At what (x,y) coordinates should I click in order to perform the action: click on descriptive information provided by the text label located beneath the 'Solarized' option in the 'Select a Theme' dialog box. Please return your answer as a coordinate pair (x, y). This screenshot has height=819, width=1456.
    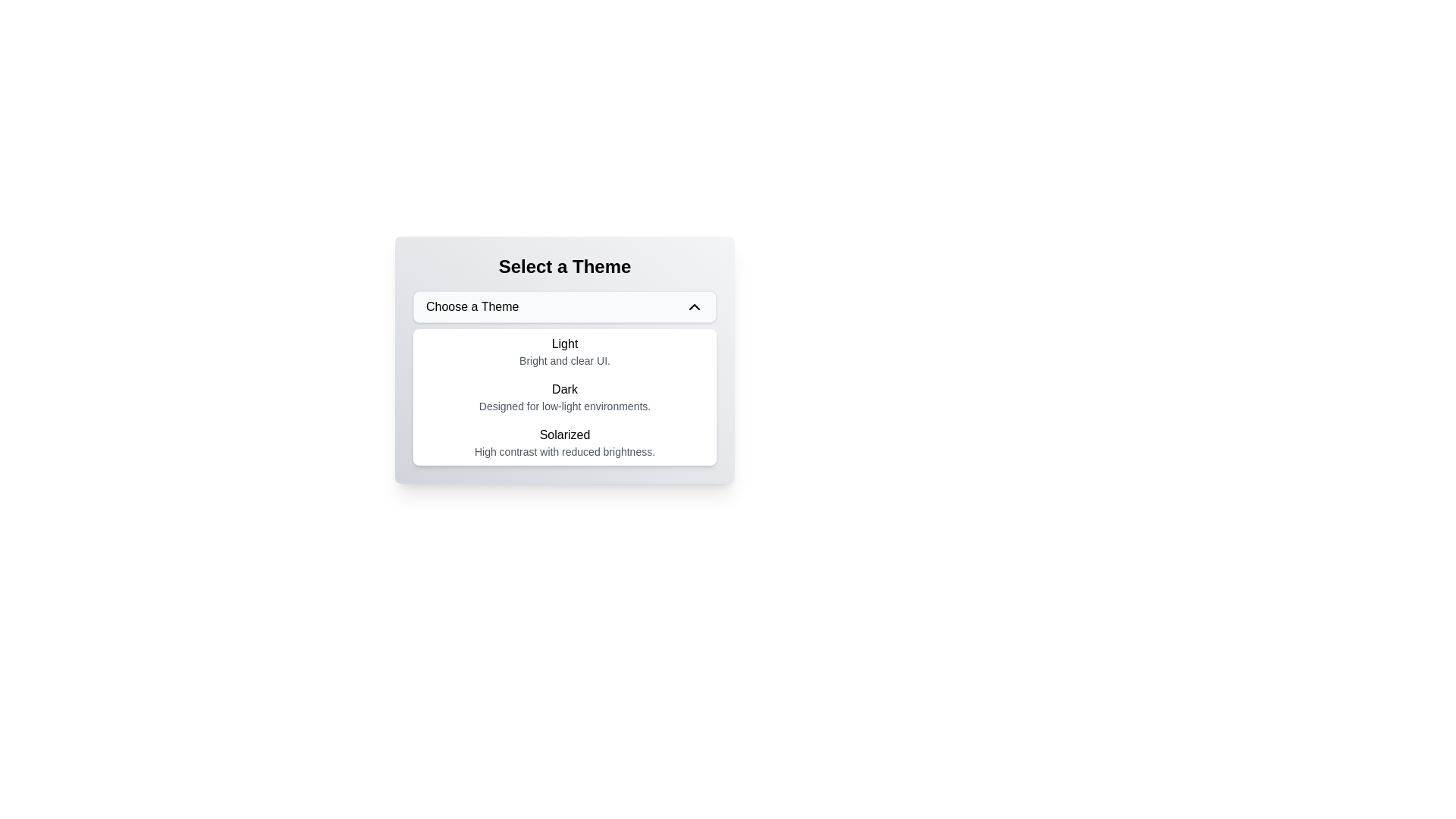
    Looking at the image, I should click on (563, 451).